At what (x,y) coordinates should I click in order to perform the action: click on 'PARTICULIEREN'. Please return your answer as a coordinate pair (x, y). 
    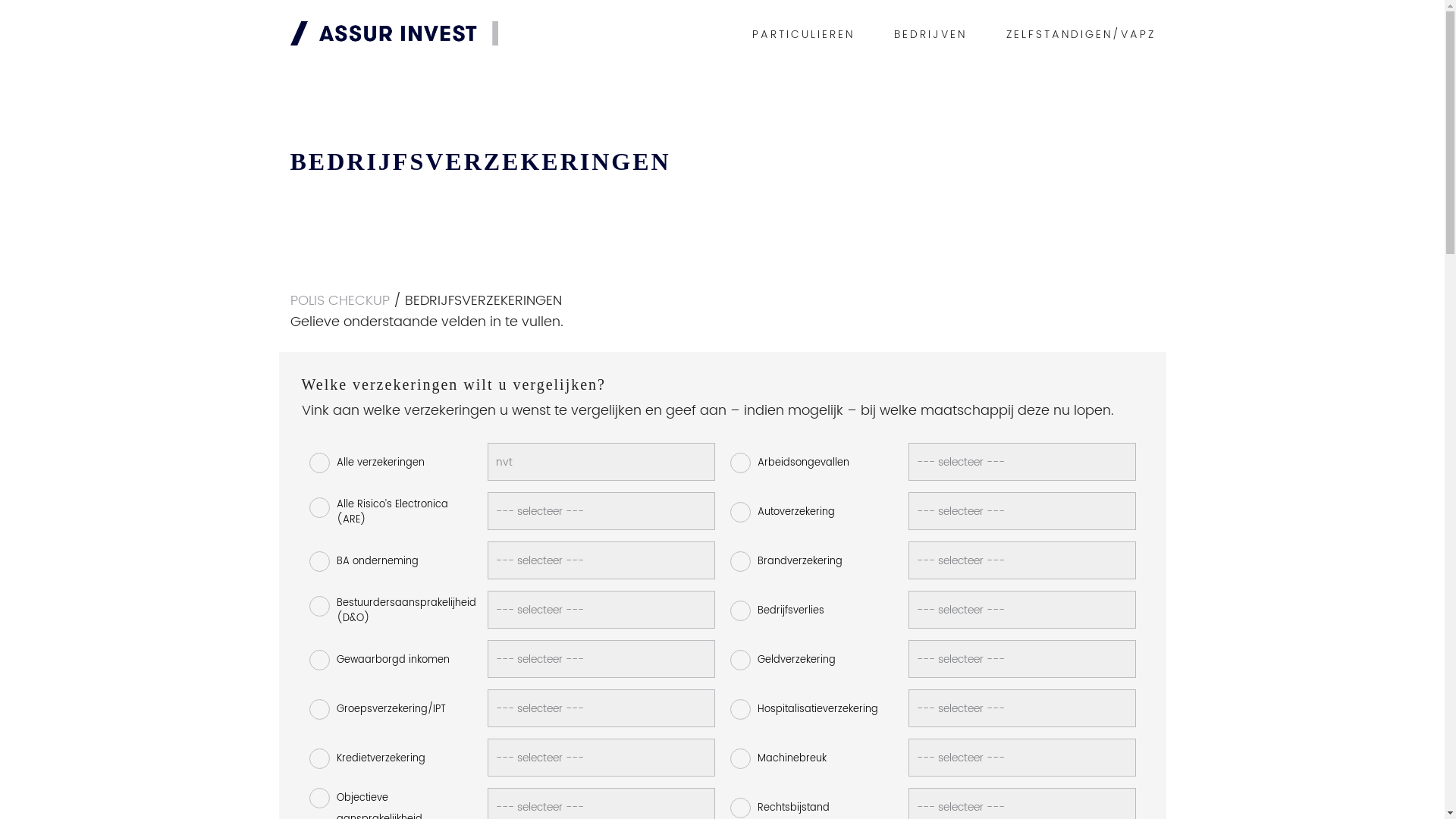
    Looking at the image, I should click on (802, 34).